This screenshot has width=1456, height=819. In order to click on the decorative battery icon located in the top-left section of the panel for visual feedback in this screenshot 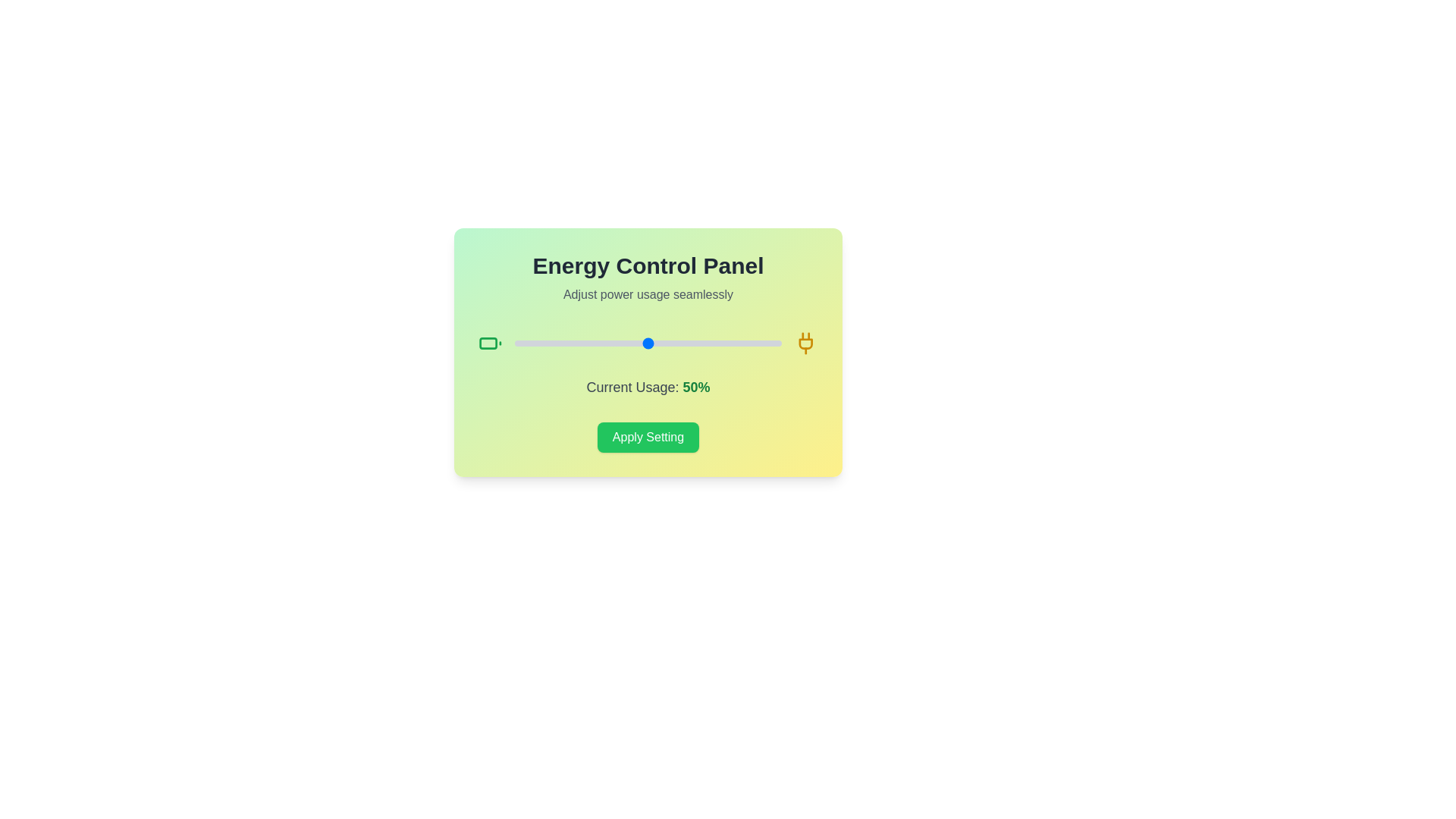, I will do `click(490, 343)`.